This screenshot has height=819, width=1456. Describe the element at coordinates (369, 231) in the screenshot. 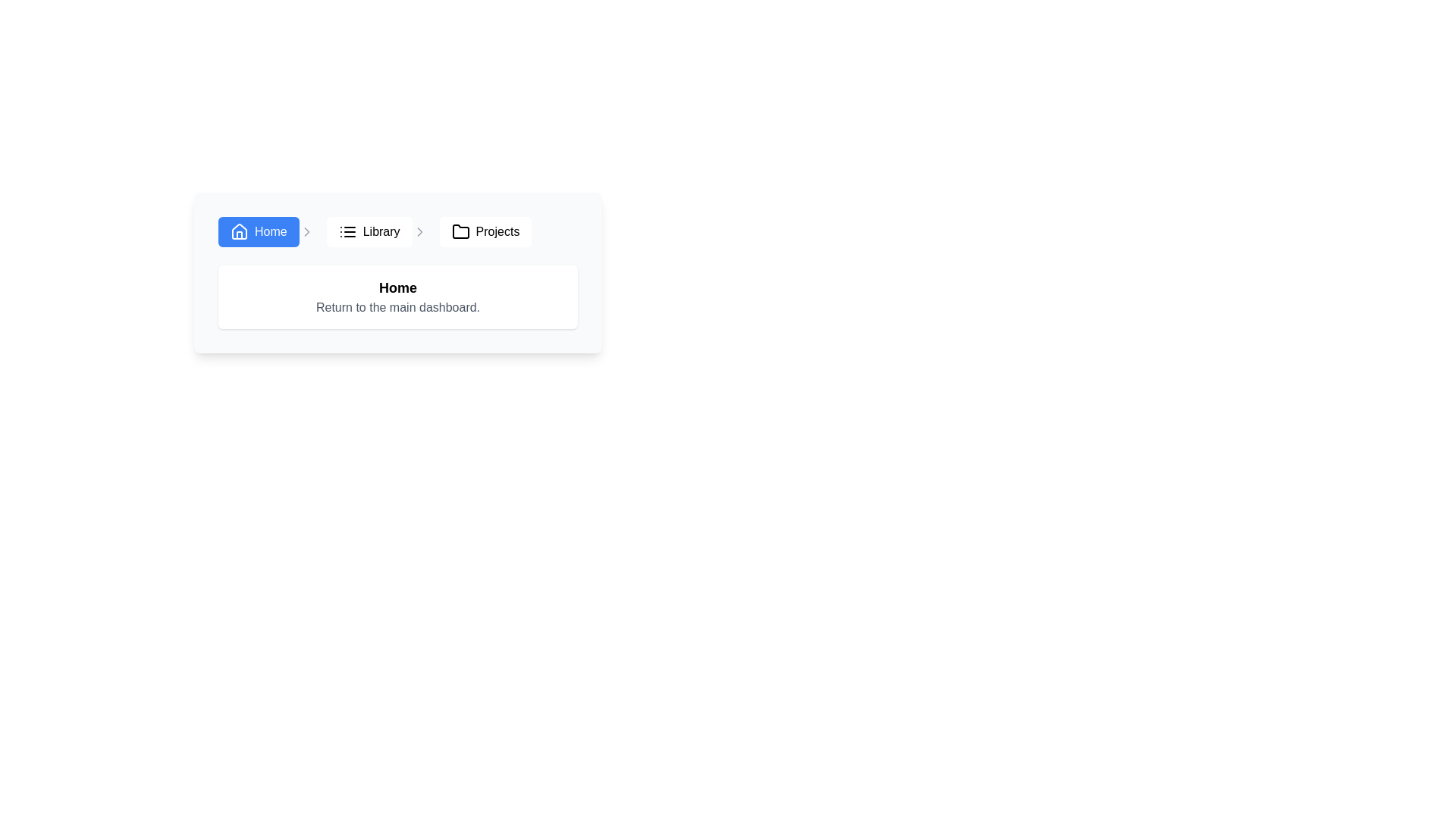

I see `the navigational button located in the top section of the interface, between the 'Home' and 'Projects' buttons` at that location.